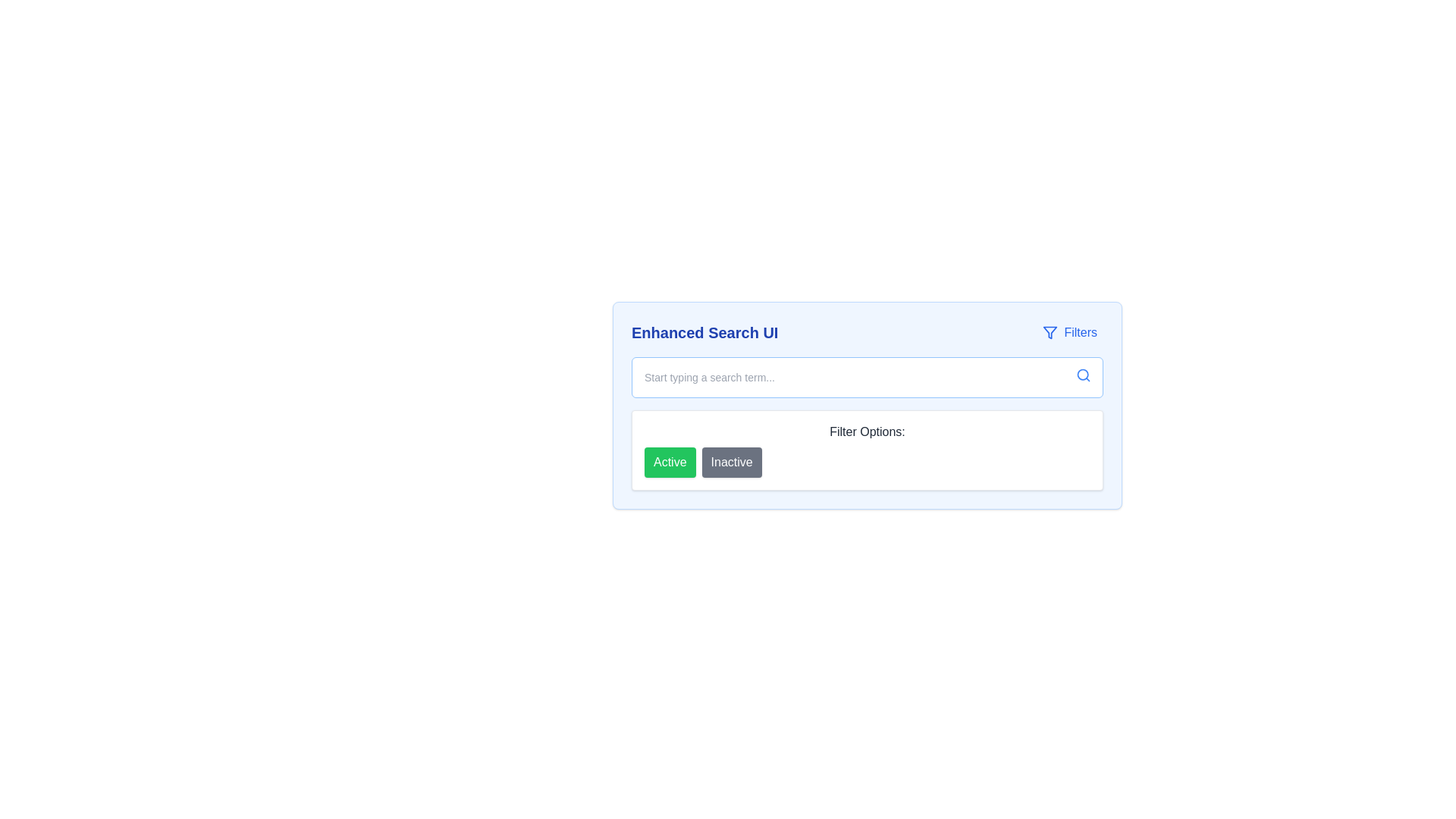  I want to click on the search icon element located on the far right side of the search bar, which serves as a visual cue for search functionality, so click(1083, 375).